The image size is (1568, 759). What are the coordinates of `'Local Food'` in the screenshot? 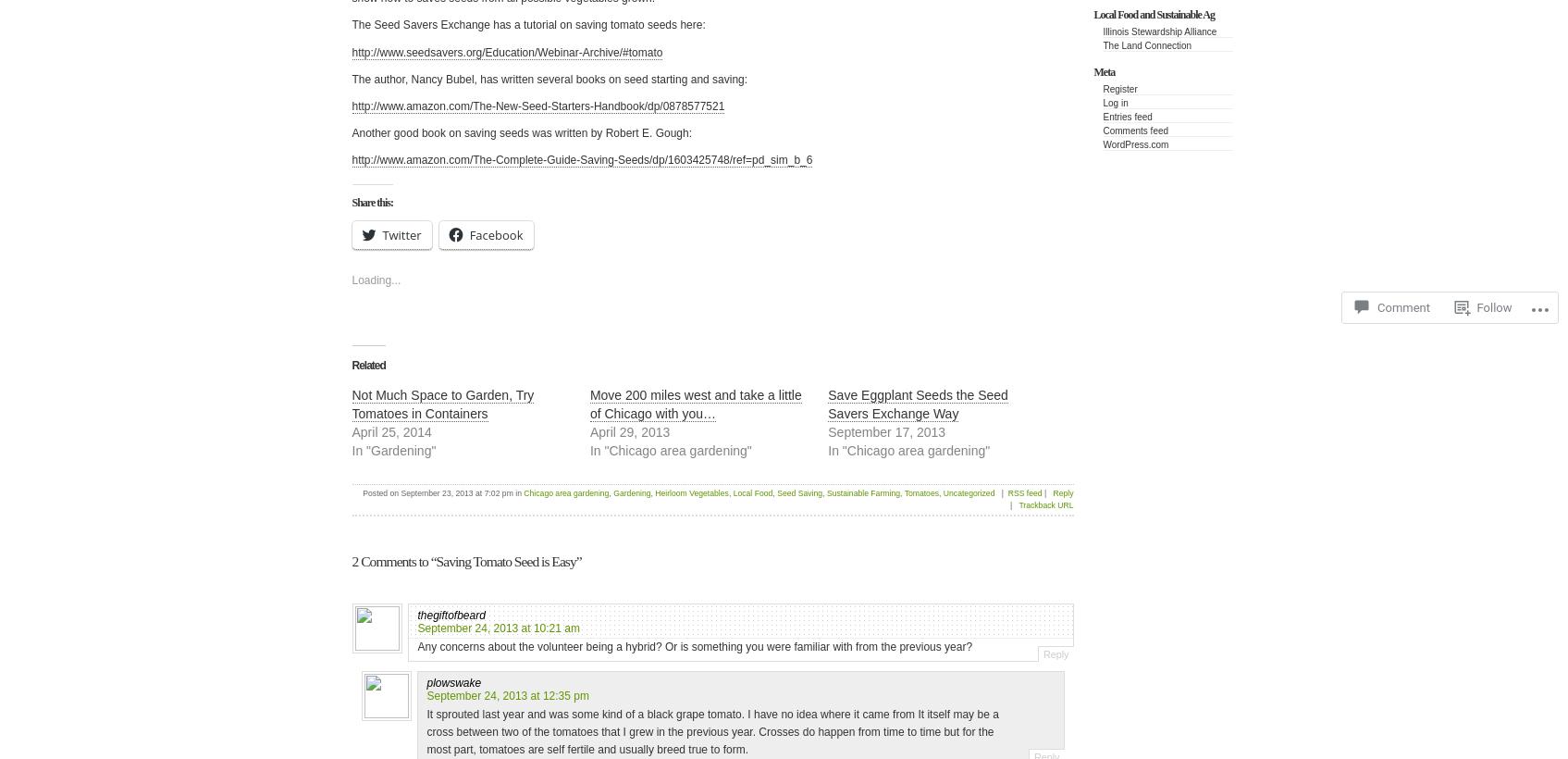 It's located at (733, 492).